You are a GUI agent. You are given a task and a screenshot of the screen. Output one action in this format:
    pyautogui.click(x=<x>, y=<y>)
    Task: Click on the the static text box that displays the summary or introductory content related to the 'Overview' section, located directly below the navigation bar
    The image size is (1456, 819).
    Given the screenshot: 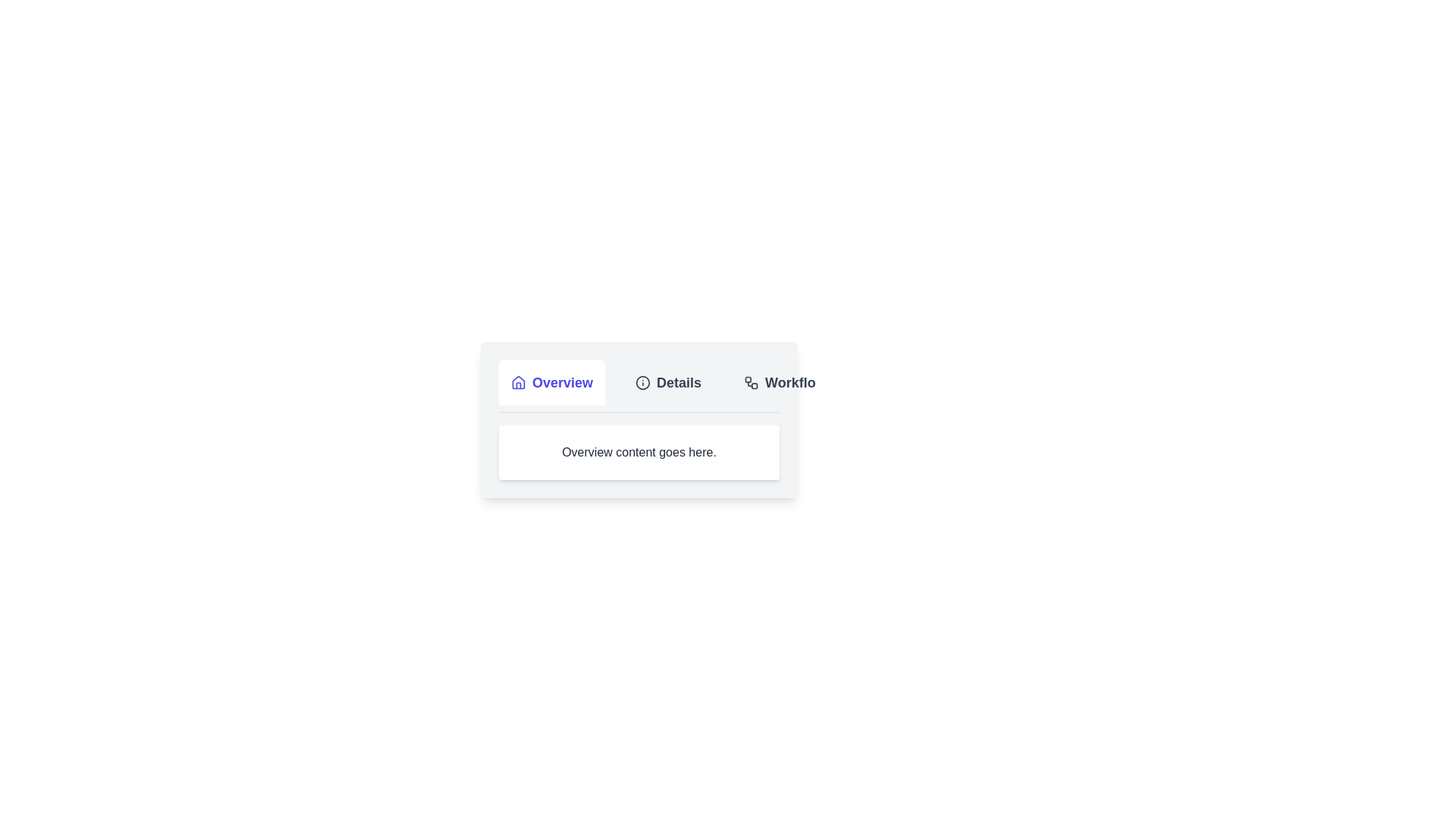 What is the action you would take?
    pyautogui.click(x=639, y=452)
    